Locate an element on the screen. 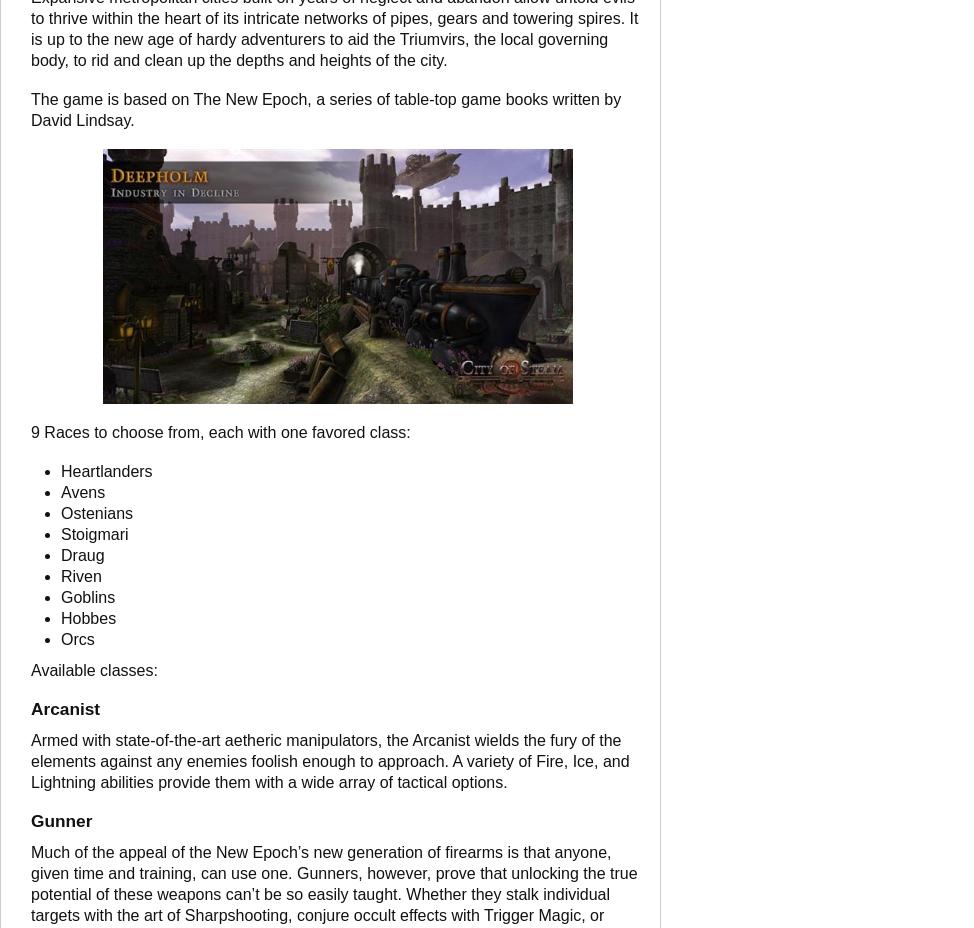  'Draug' is located at coordinates (60, 554).